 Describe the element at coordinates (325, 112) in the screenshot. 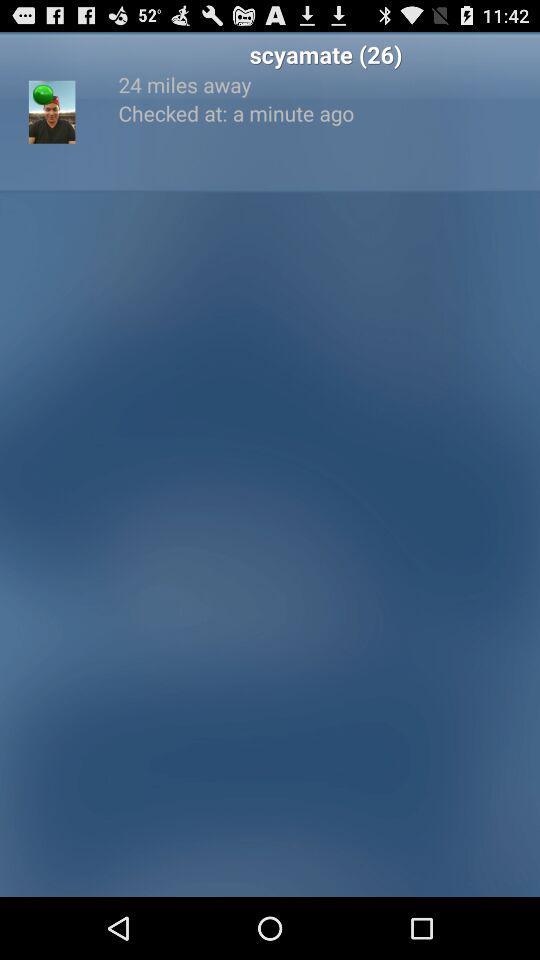

I see `app below 24 miles away app` at that location.